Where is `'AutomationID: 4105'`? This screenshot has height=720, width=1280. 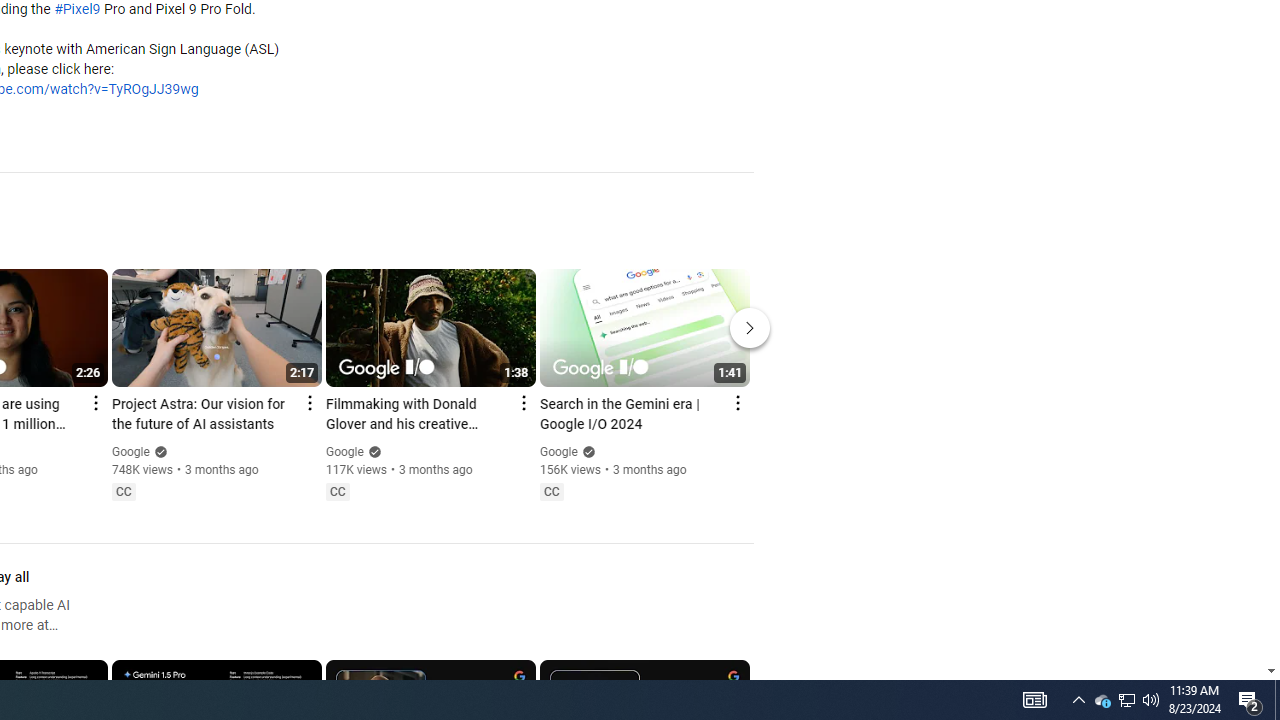
'AutomationID: 4105' is located at coordinates (1034, 698).